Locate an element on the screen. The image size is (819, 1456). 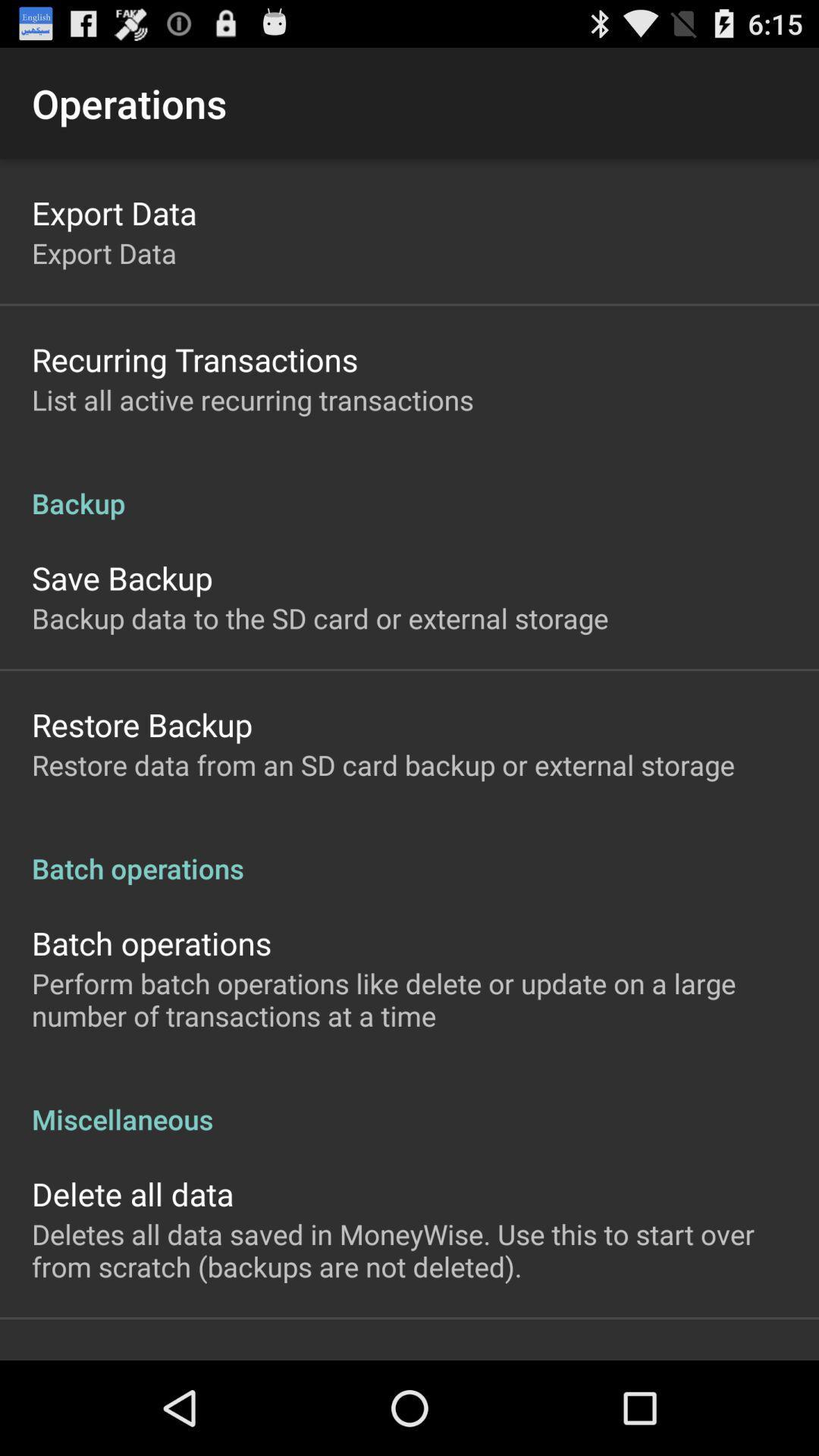
the icon above the delete all data app is located at coordinates (409, 1103).